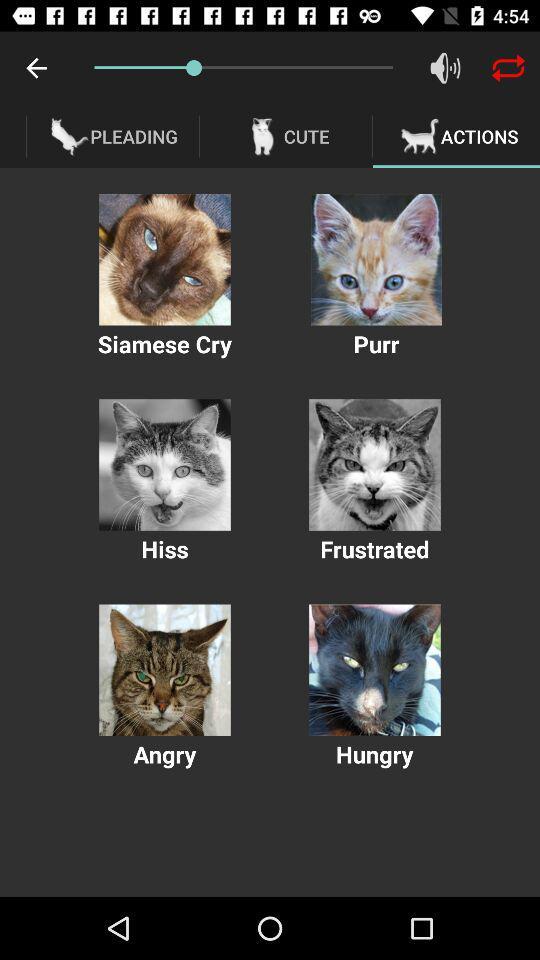 Image resolution: width=540 pixels, height=960 pixels. Describe the element at coordinates (376, 258) in the screenshot. I see `animal kind` at that location.